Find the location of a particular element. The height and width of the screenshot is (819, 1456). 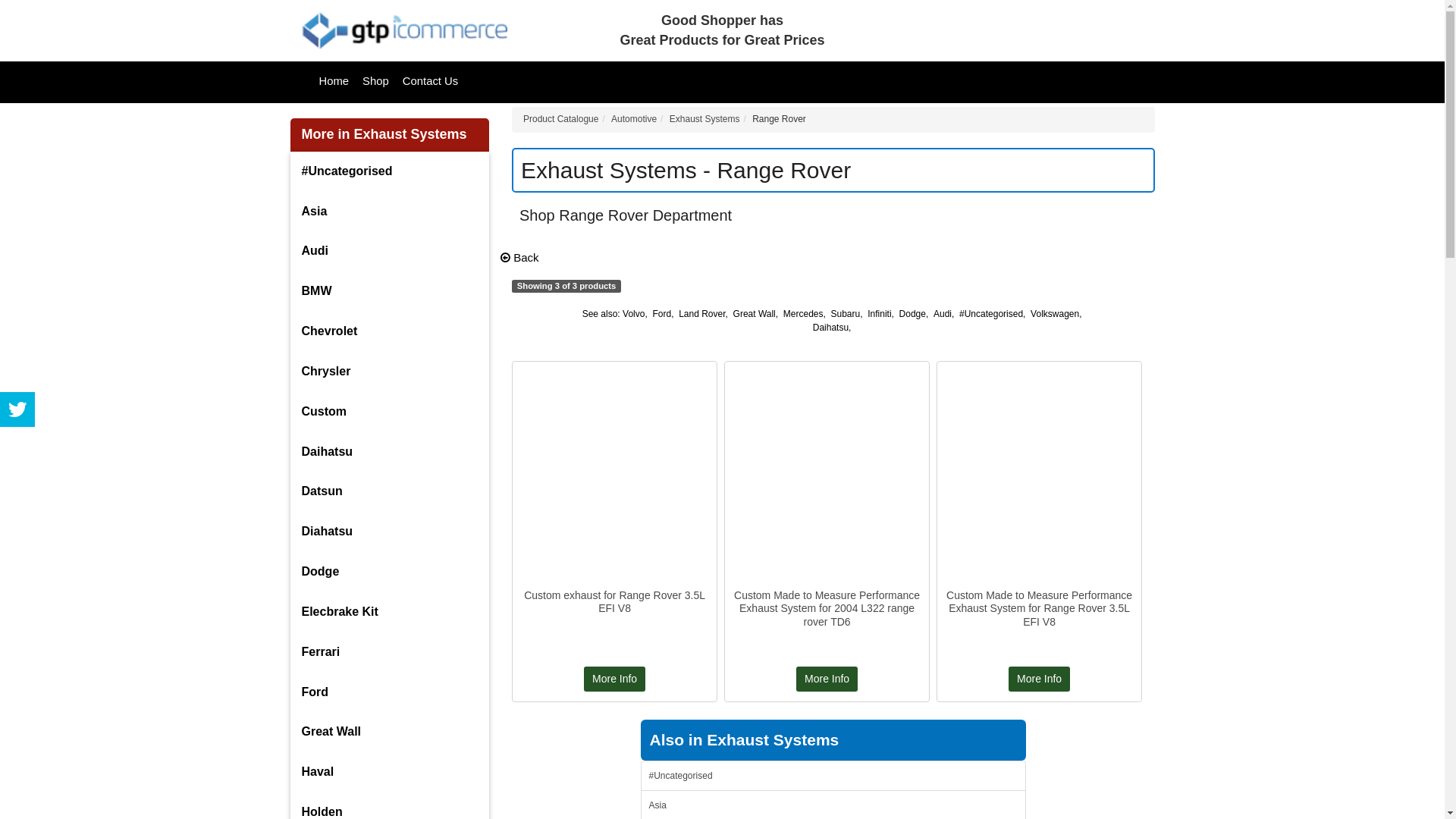

'Ferrari' is located at coordinates (290, 651).